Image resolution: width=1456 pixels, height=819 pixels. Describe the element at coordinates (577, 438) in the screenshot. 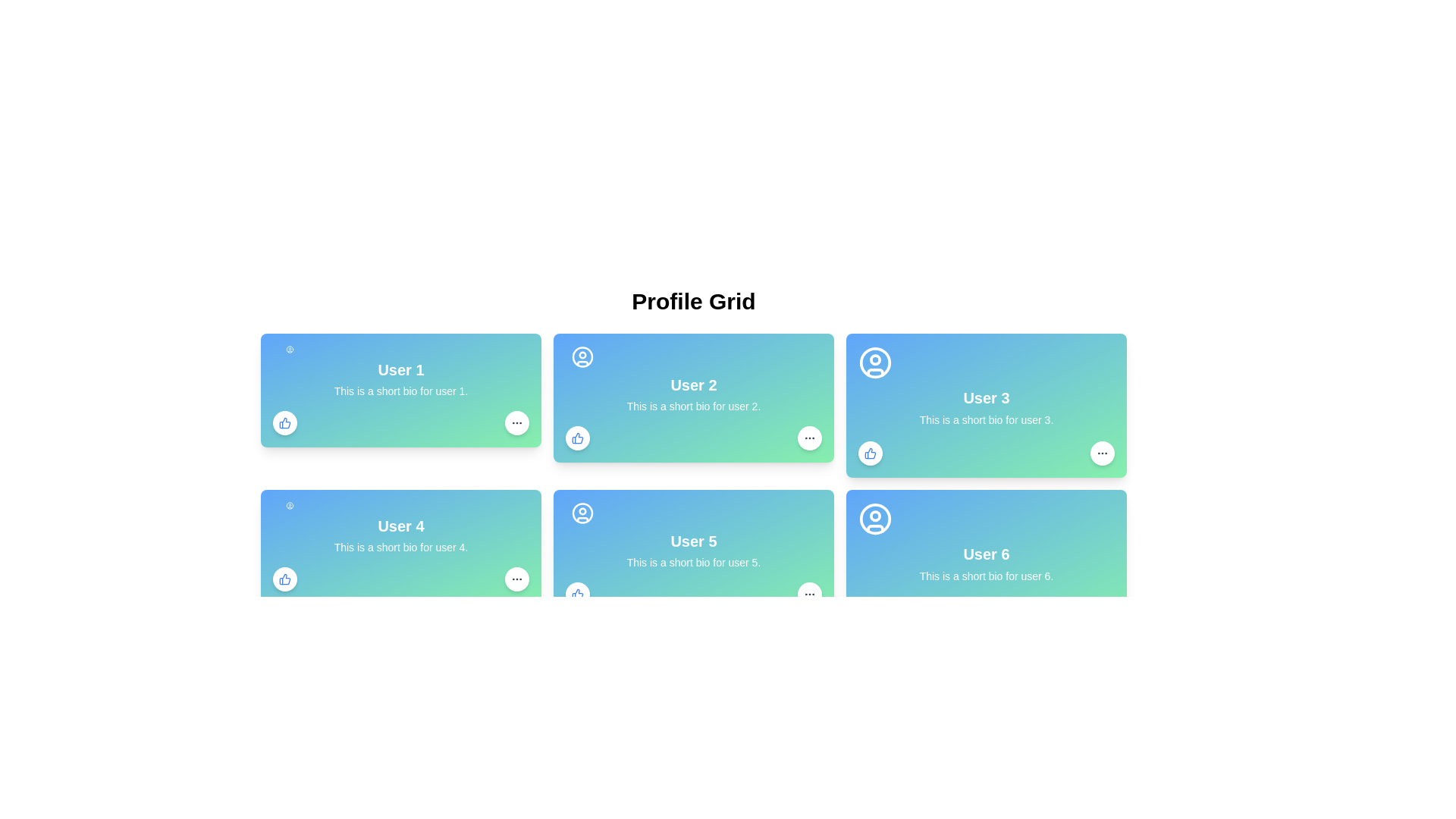

I see `the 'like' button located in the bottom-left corner of the card for 'User 2'` at that location.